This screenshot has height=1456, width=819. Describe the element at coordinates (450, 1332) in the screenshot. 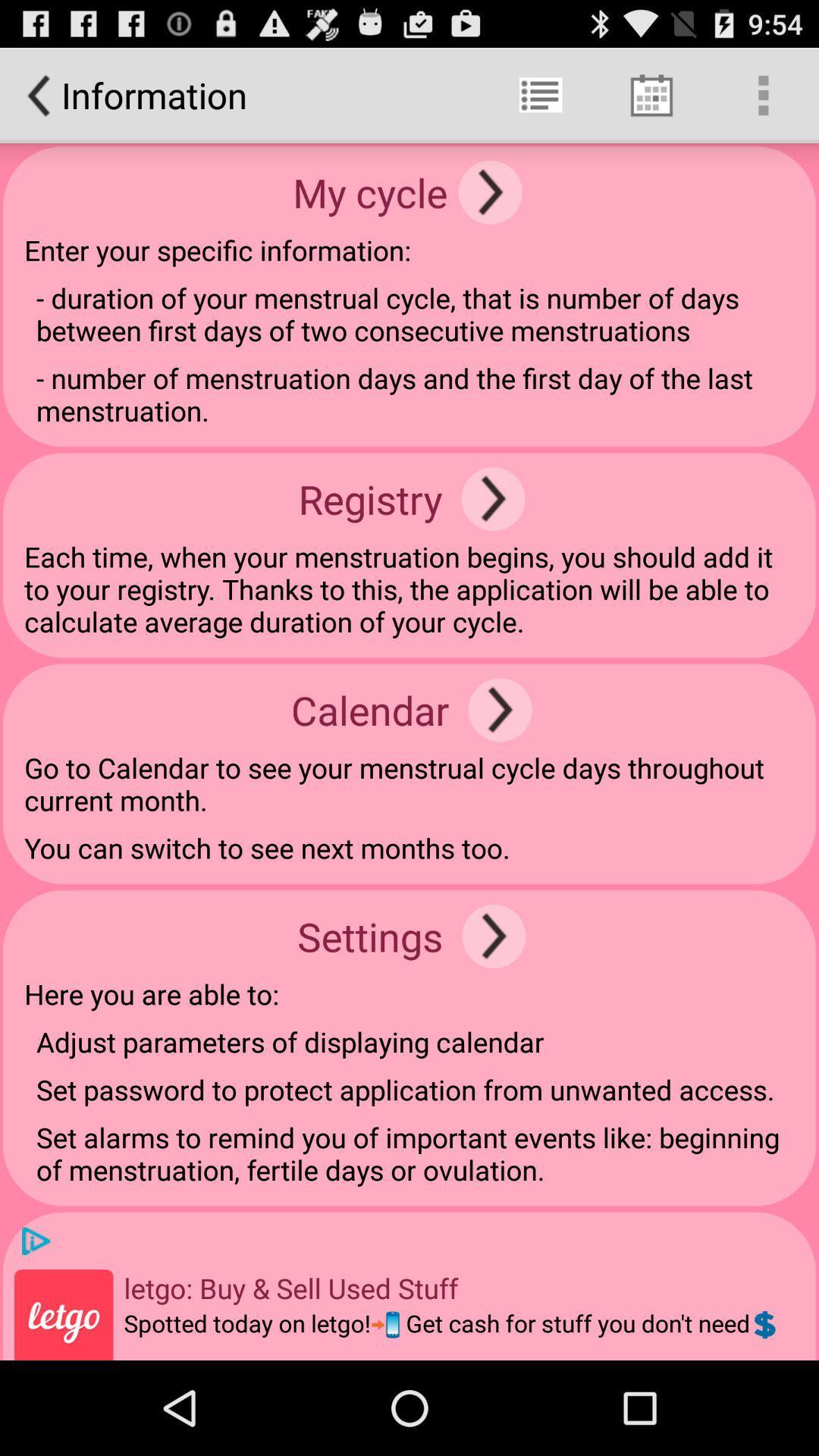

I see `the item below letgo buy sell icon` at that location.